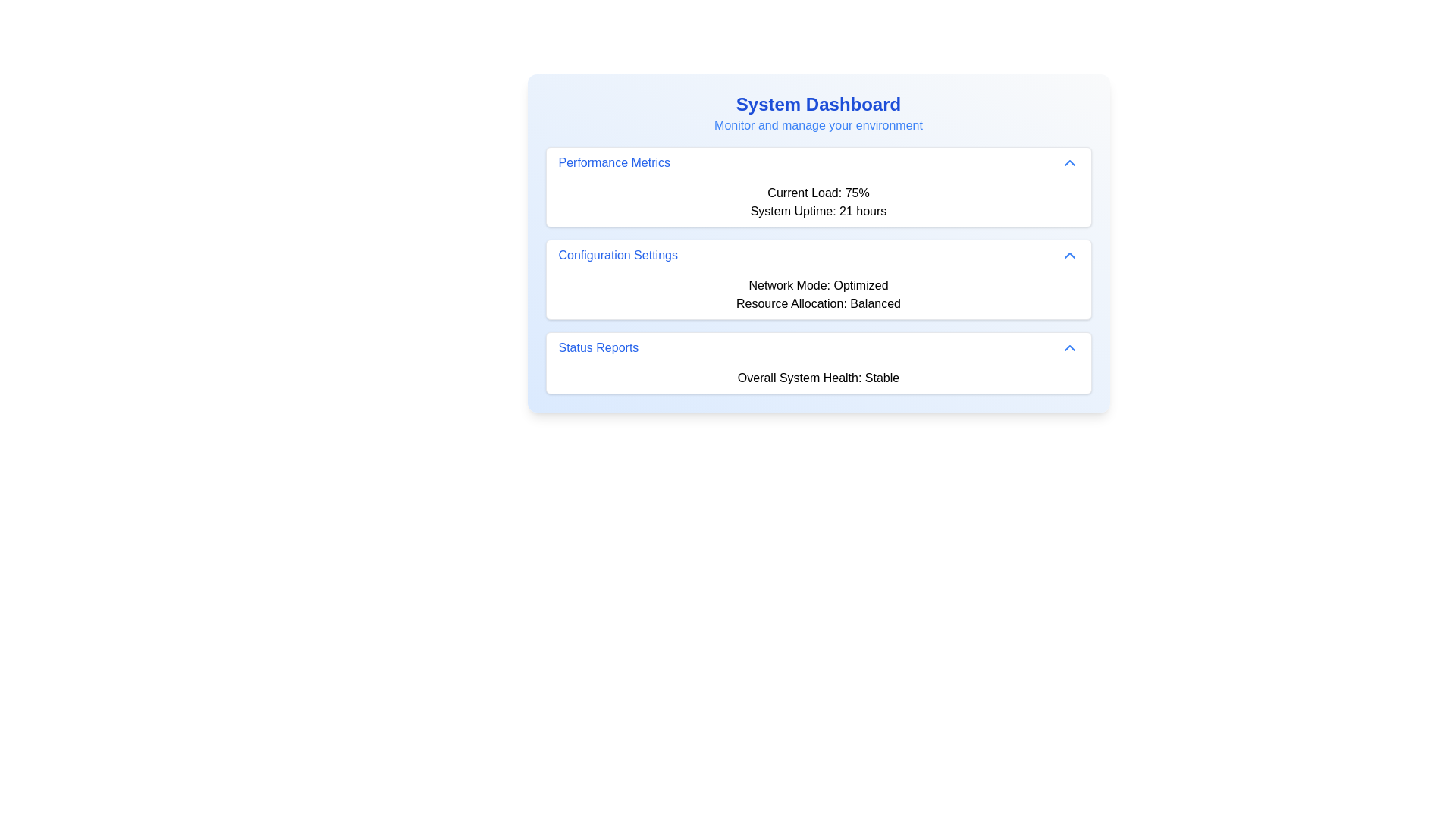 The width and height of the screenshot is (1456, 819). What do you see at coordinates (1068, 163) in the screenshot?
I see `the icon located on the right edge of the 'Performance Metrics' header` at bounding box center [1068, 163].